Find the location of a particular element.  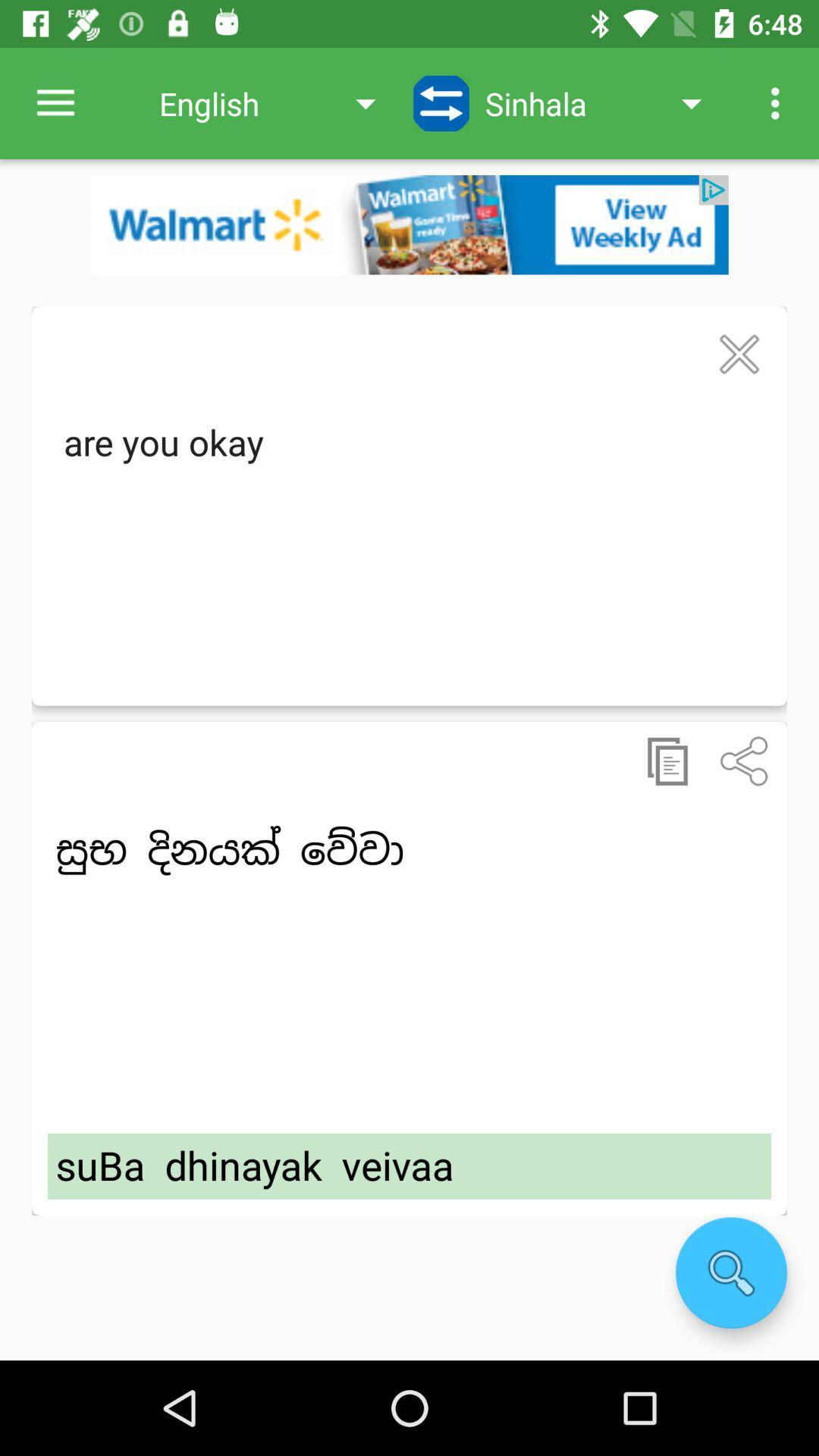

walmart advertisement is located at coordinates (409, 224).